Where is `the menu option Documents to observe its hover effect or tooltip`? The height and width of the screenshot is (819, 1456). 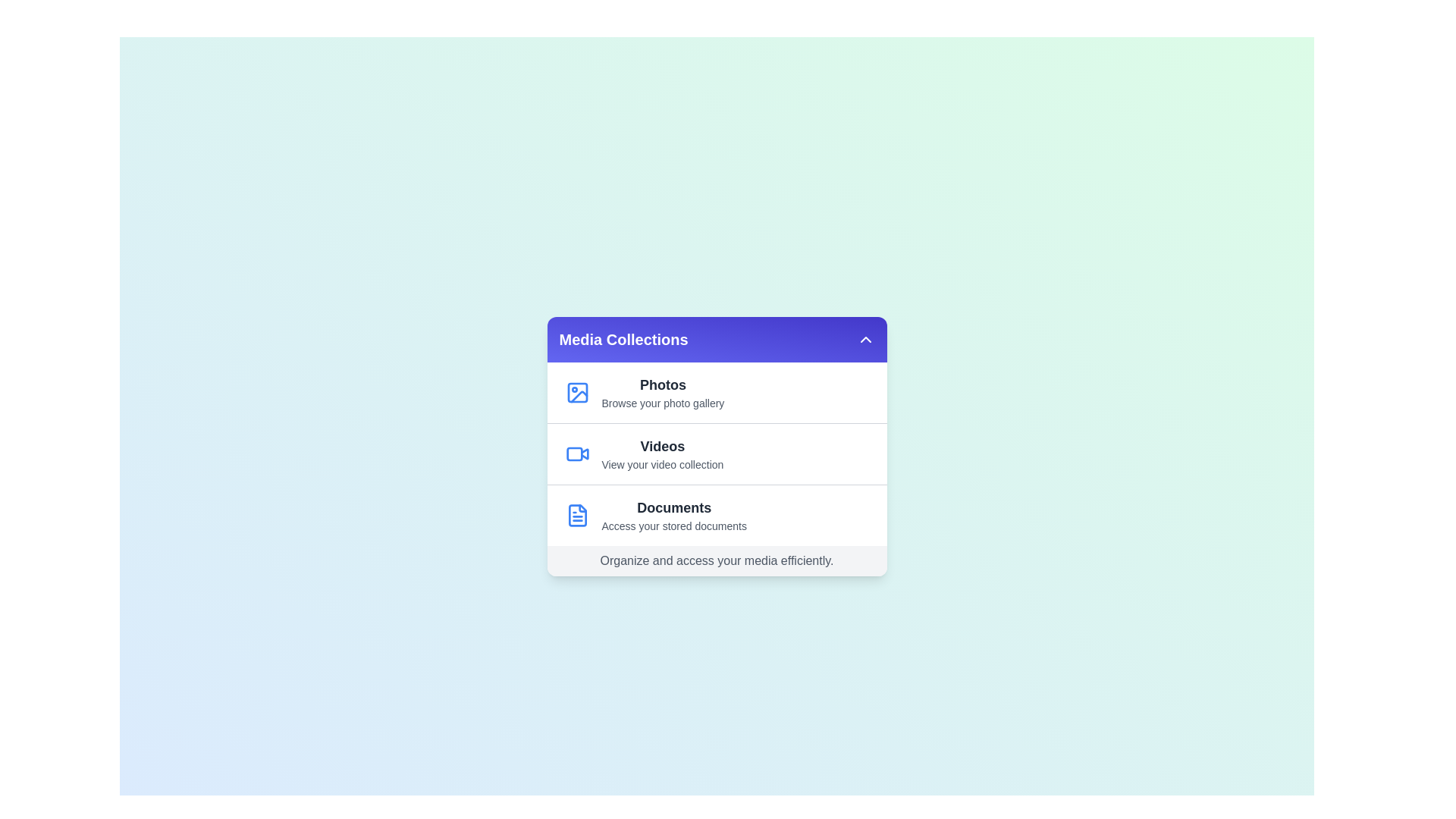
the menu option Documents to observe its hover effect or tooltip is located at coordinates (716, 514).